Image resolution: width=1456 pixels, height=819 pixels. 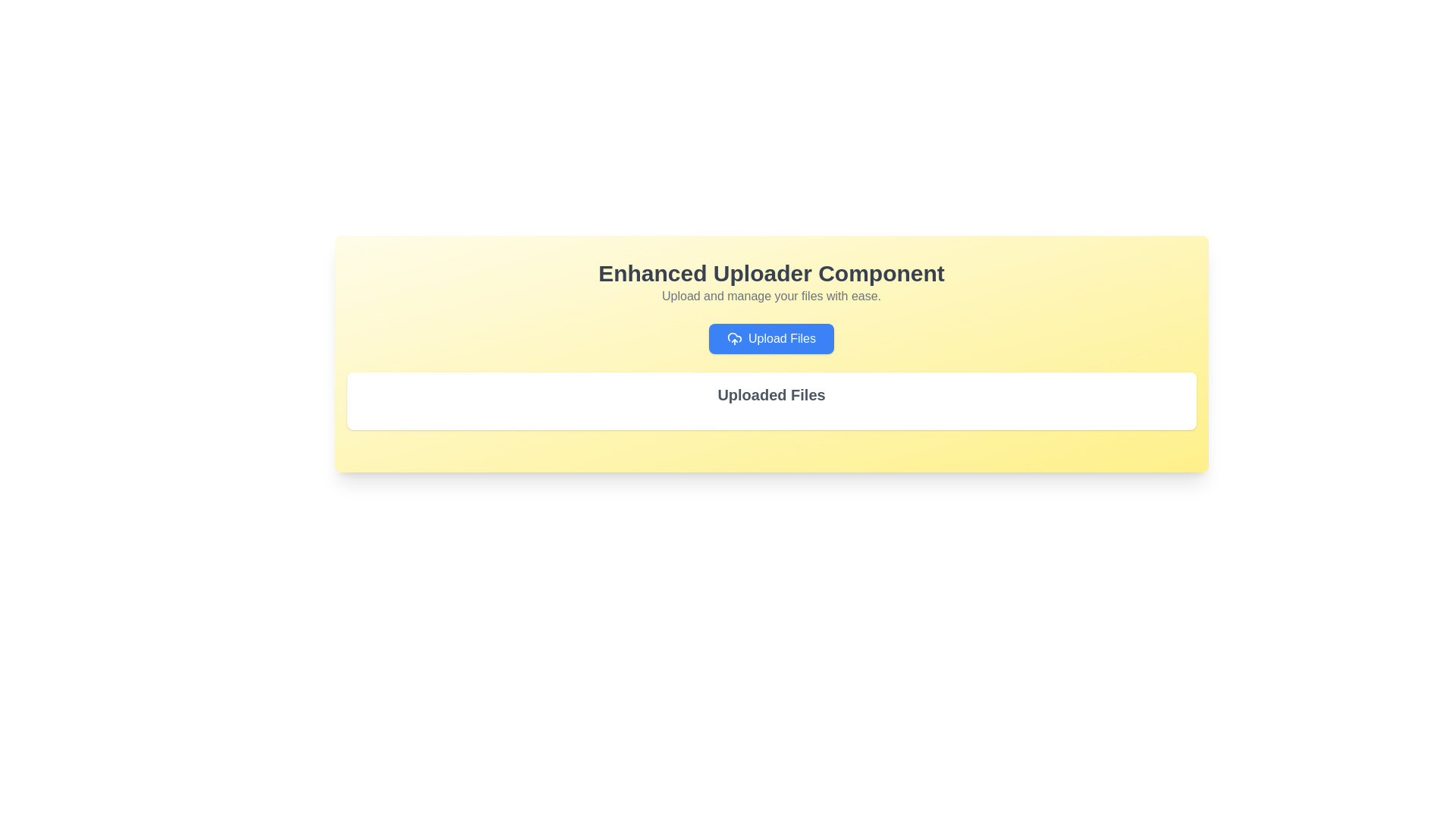 What do you see at coordinates (735, 338) in the screenshot?
I see `the cloud upload icon, which is part of the 'Upload Files' button, characterized by its thin outline design and upward-pointing arrow` at bounding box center [735, 338].